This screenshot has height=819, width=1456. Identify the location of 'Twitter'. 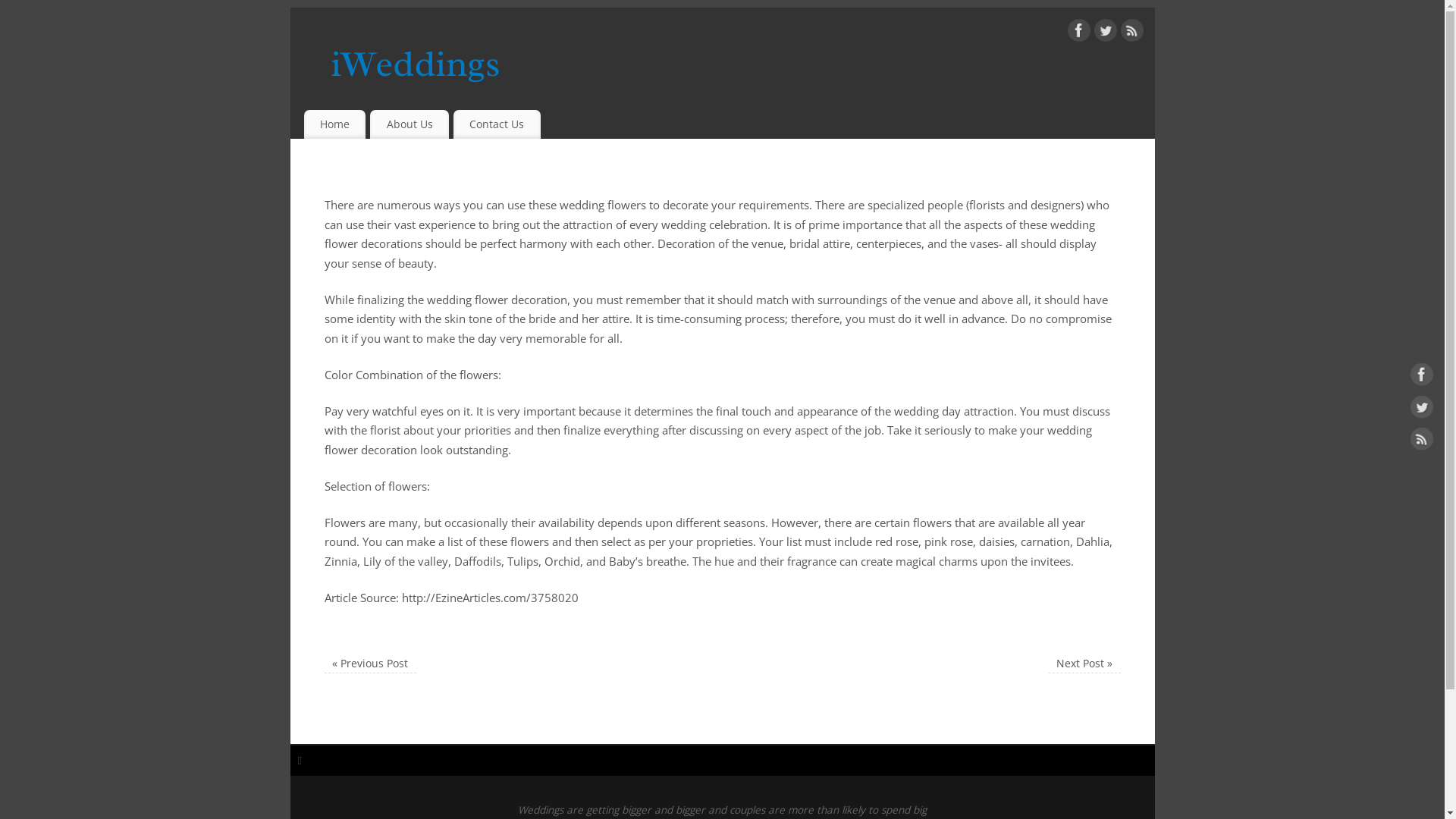
(1093, 33).